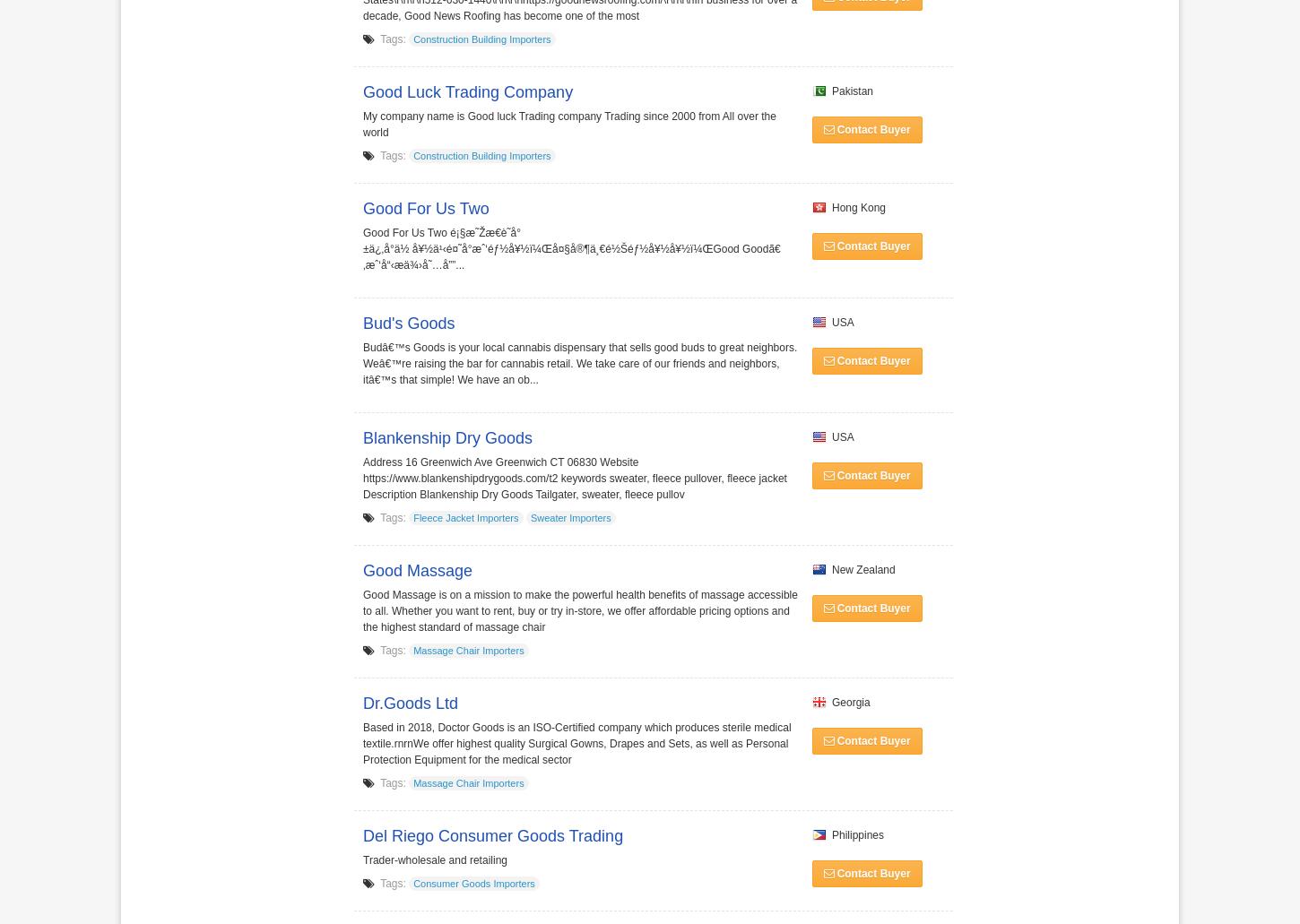 Image resolution: width=1300 pixels, height=924 pixels. What do you see at coordinates (847, 701) in the screenshot?
I see `'Georgia'` at bounding box center [847, 701].